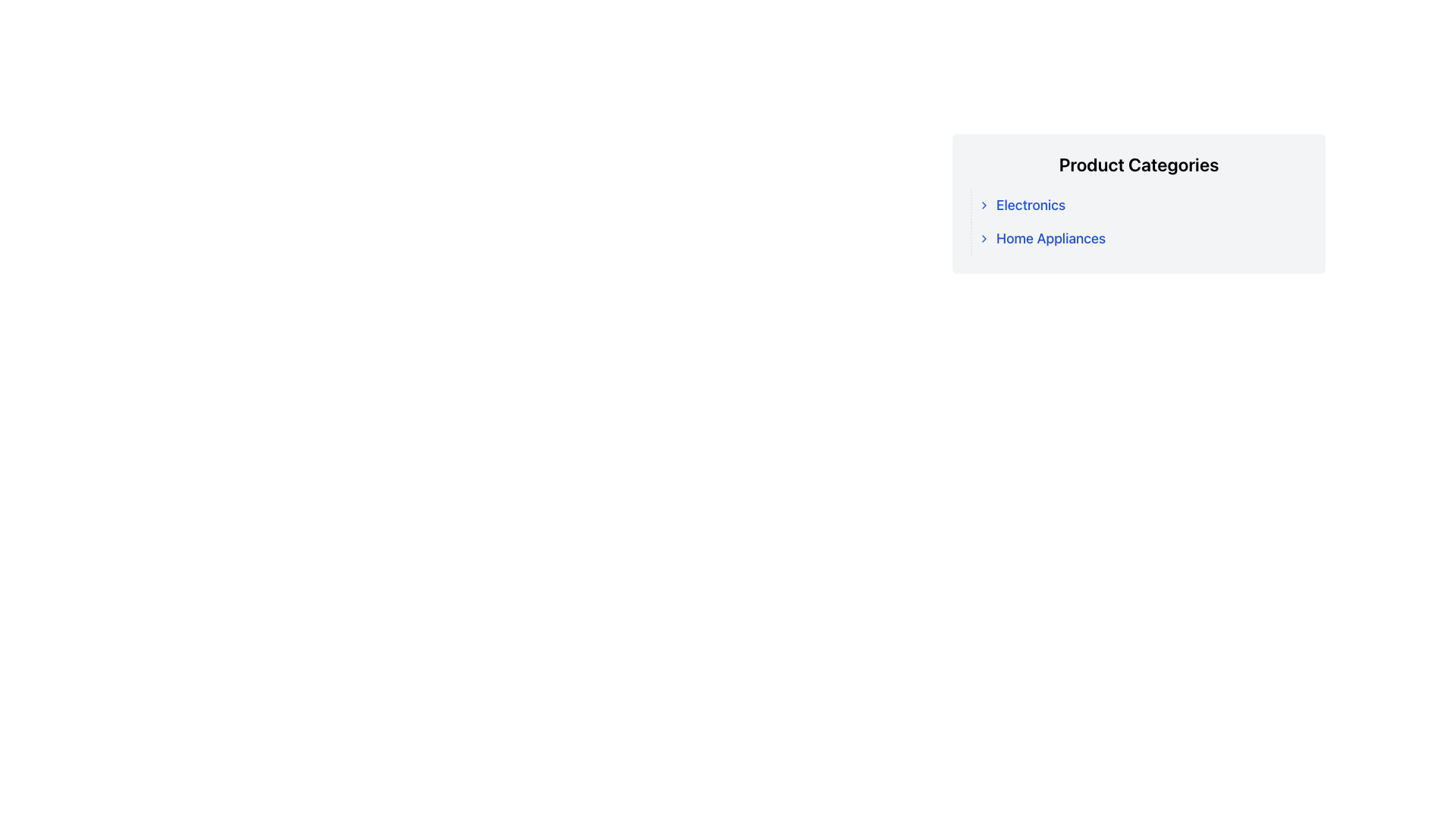  I want to click on the toggle icon, so click(984, 205).